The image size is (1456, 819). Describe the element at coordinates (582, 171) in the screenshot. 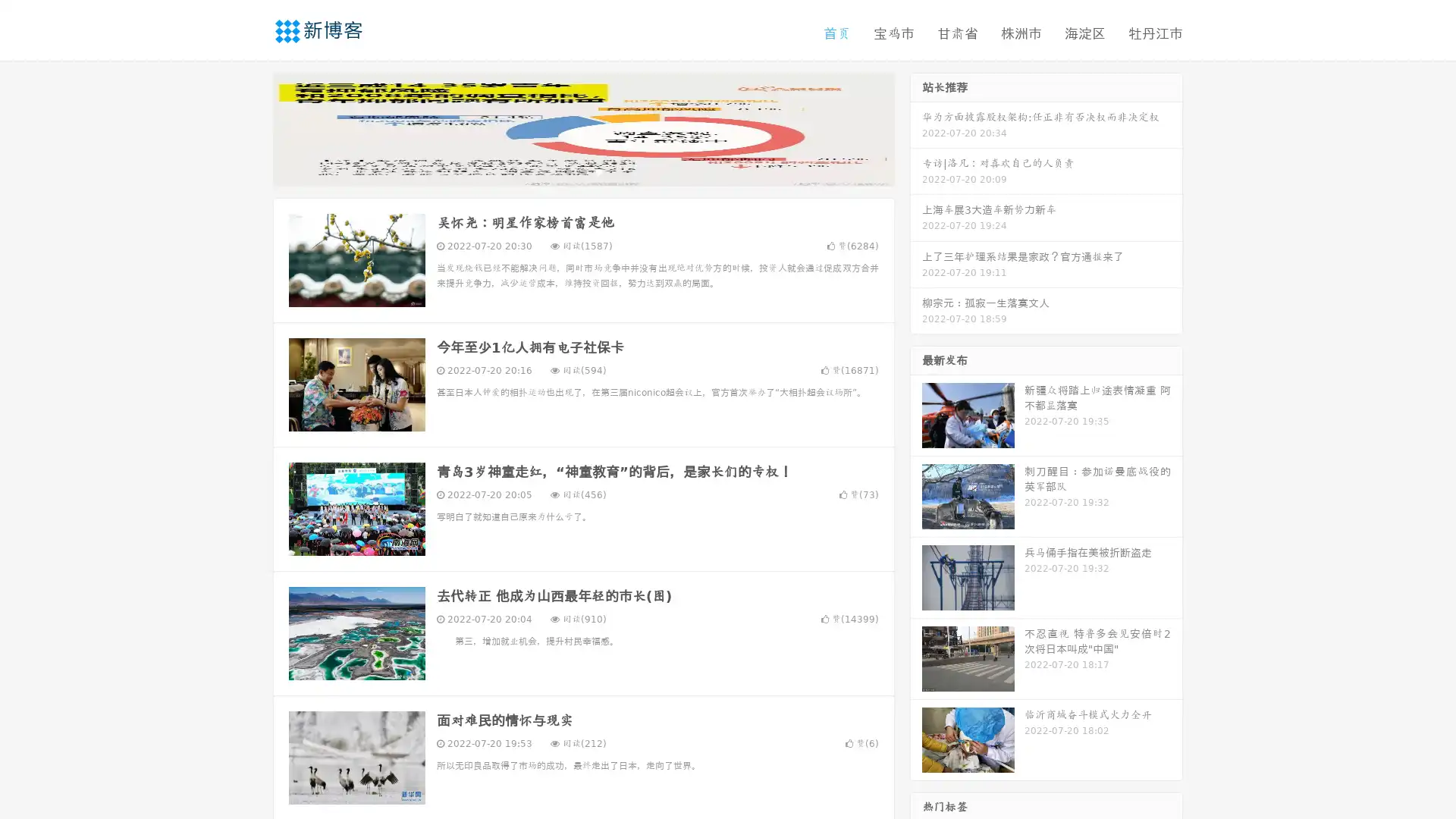

I see `Go to slide 2` at that location.